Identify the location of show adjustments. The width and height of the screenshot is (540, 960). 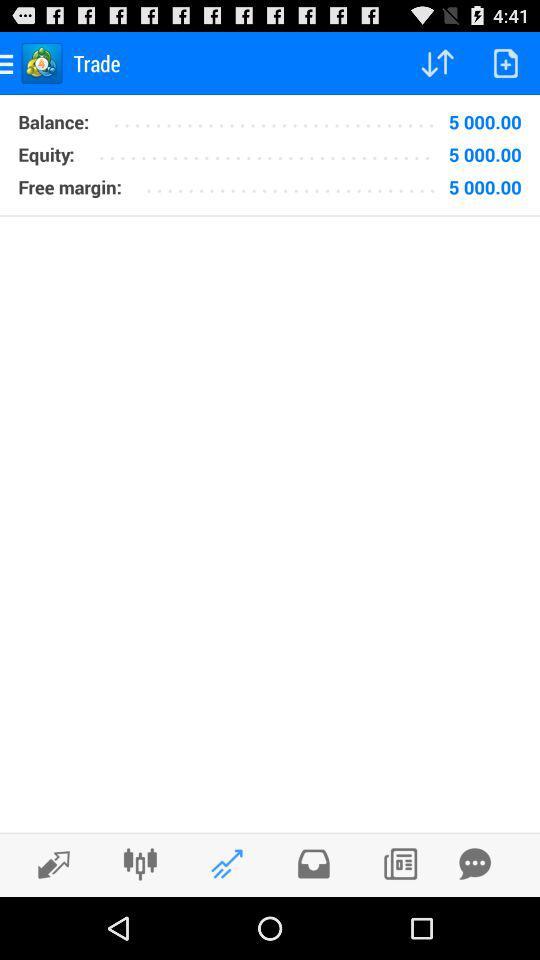
(139, 863).